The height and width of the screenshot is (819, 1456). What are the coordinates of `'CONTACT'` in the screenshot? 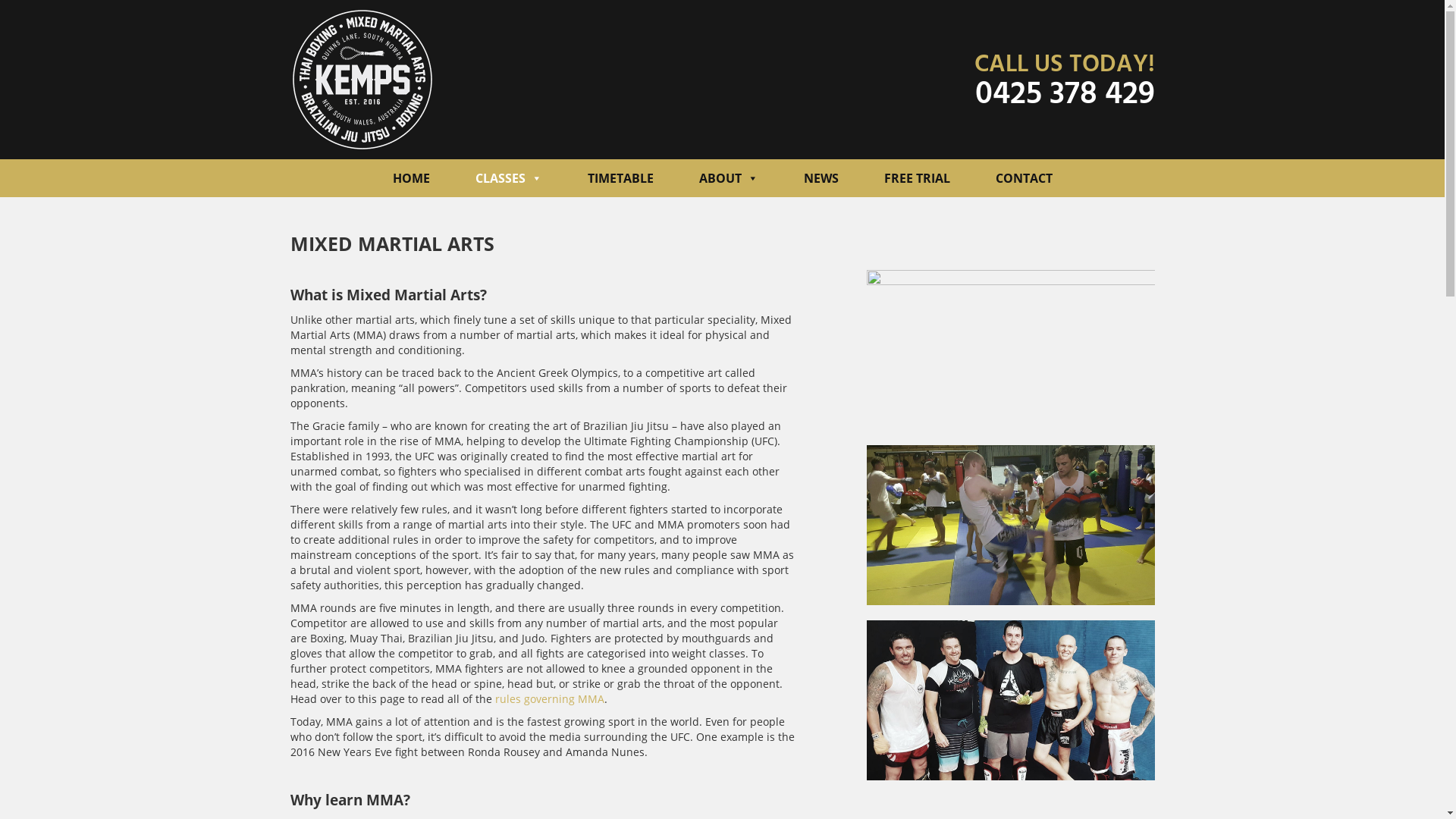 It's located at (1023, 177).